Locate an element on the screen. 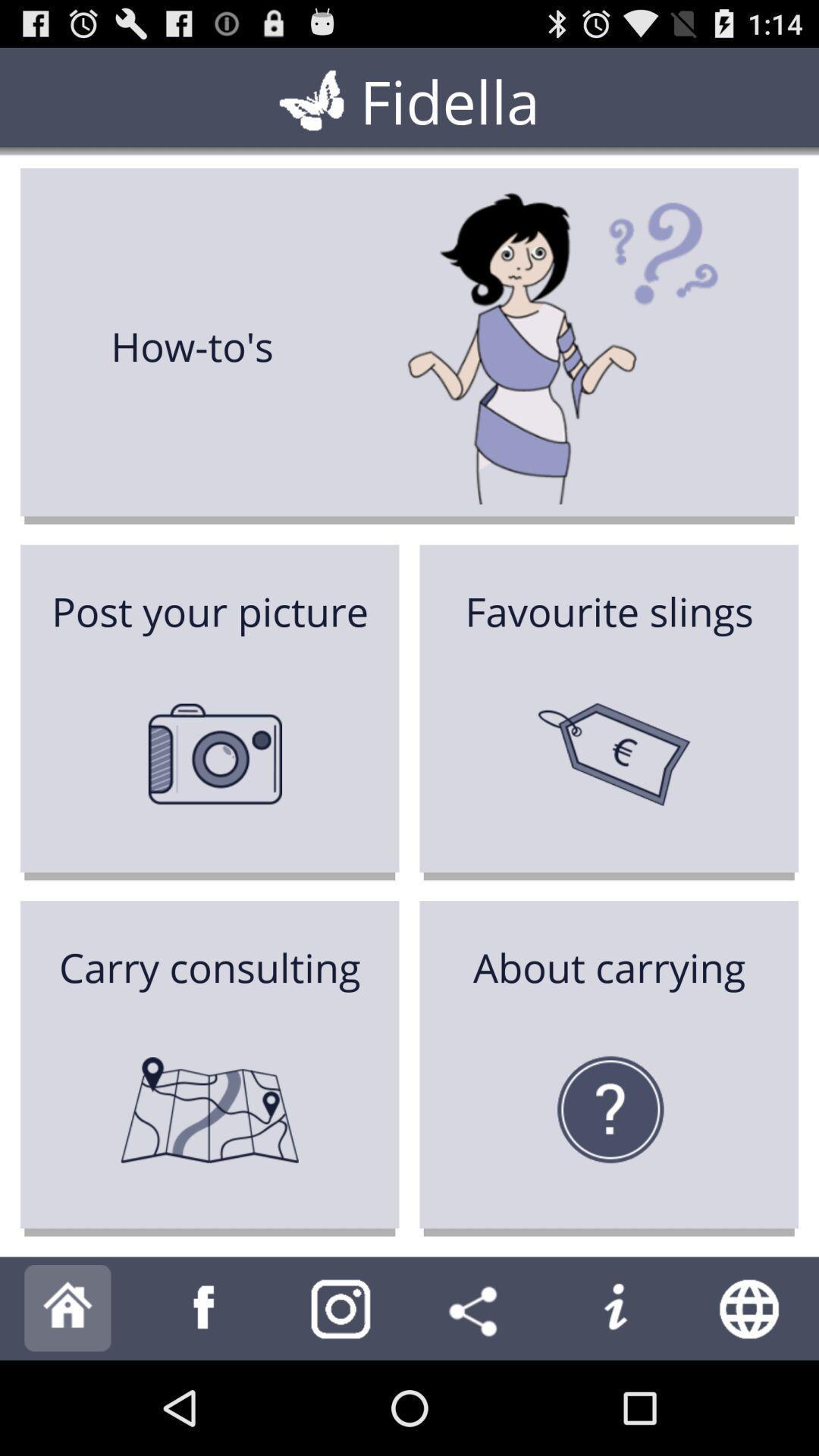 Image resolution: width=819 pixels, height=1456 pixels. take photo is located at coordinates (341, 1307).